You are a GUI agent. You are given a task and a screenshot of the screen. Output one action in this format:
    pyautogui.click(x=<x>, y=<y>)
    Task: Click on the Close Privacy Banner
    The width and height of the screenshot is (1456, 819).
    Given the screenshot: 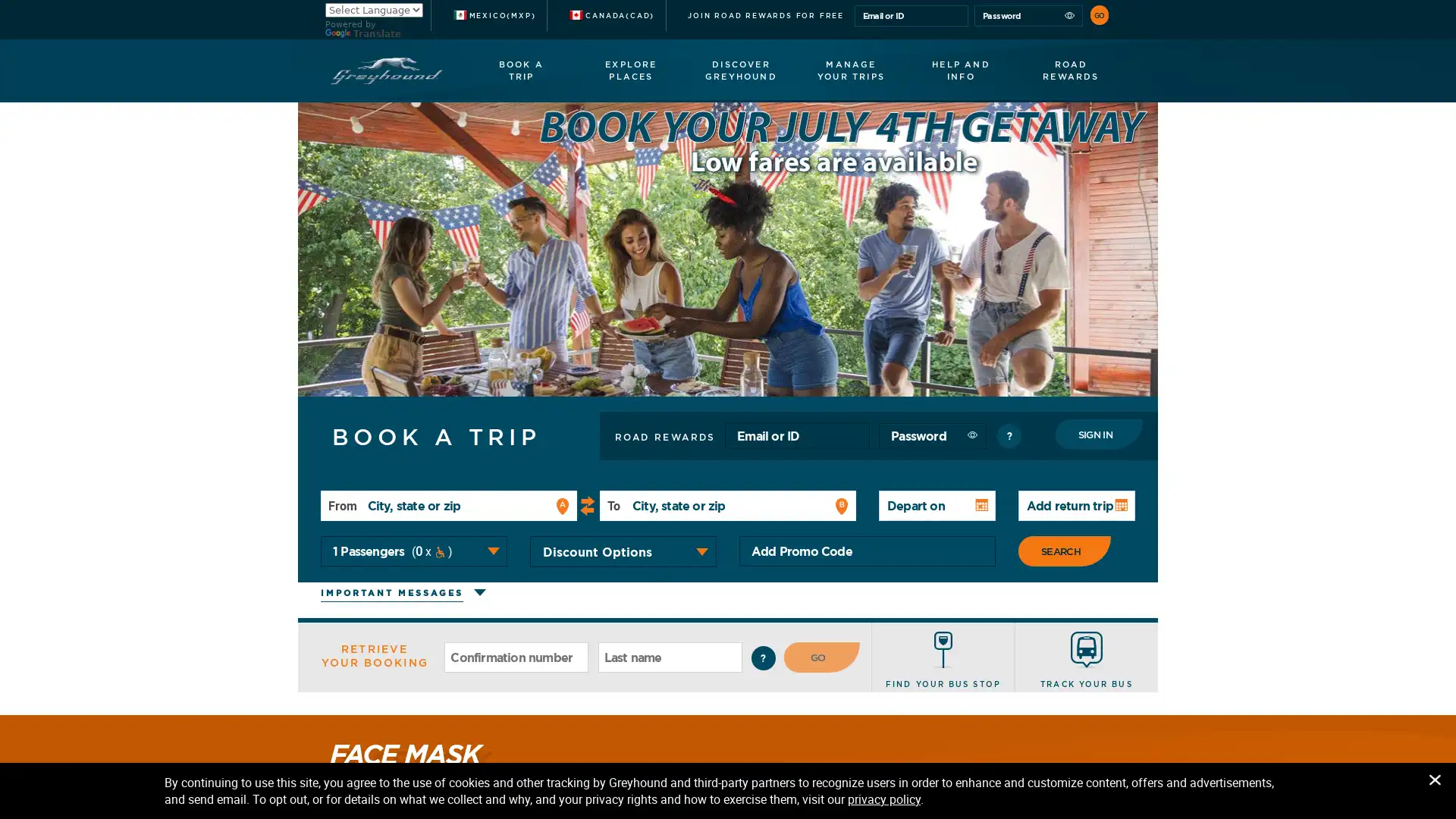 What is the action you would take?
    pyautogui.click(x=1436, y=780)
    